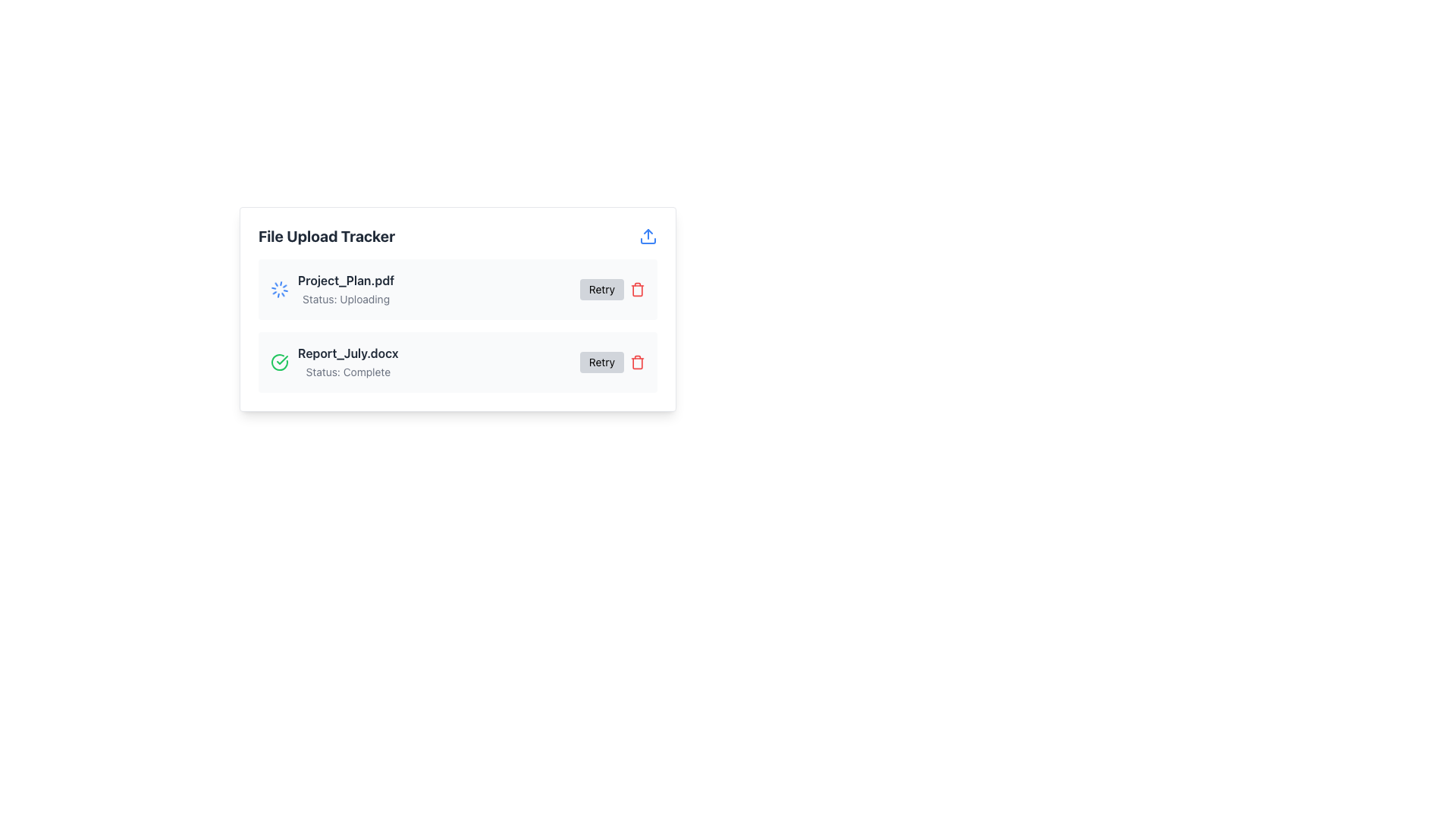  What do you see at coordinates (345, 299) in the screenshot?
I see `the text label displaying 'Status: Uploading', which is located directly beneath 'Project_Plan.pdf' in the file upload tracker interface` at bounding box center [345, 299].